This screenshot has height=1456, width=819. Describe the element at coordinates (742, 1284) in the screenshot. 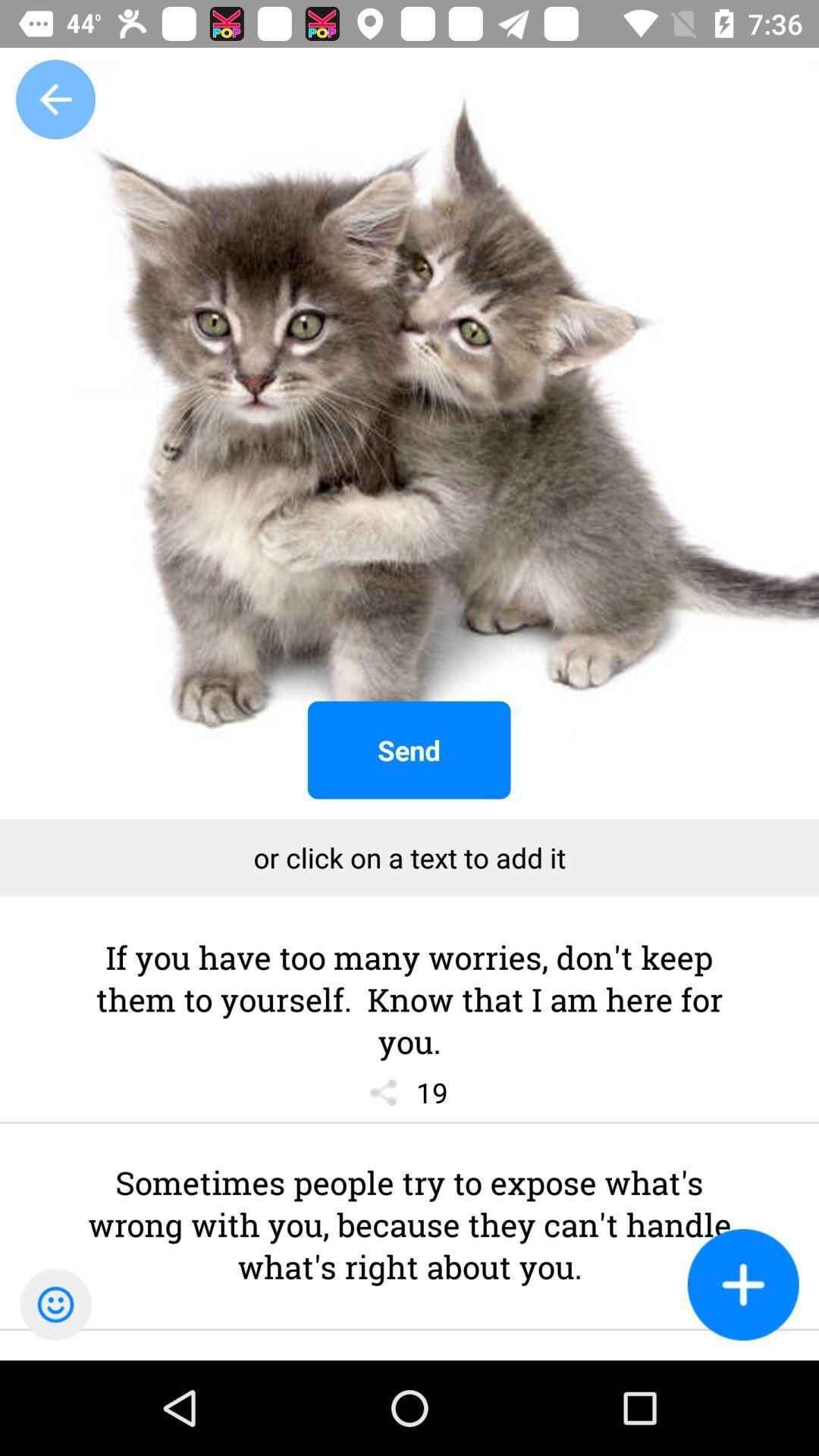

I see `the add icon` at that location.